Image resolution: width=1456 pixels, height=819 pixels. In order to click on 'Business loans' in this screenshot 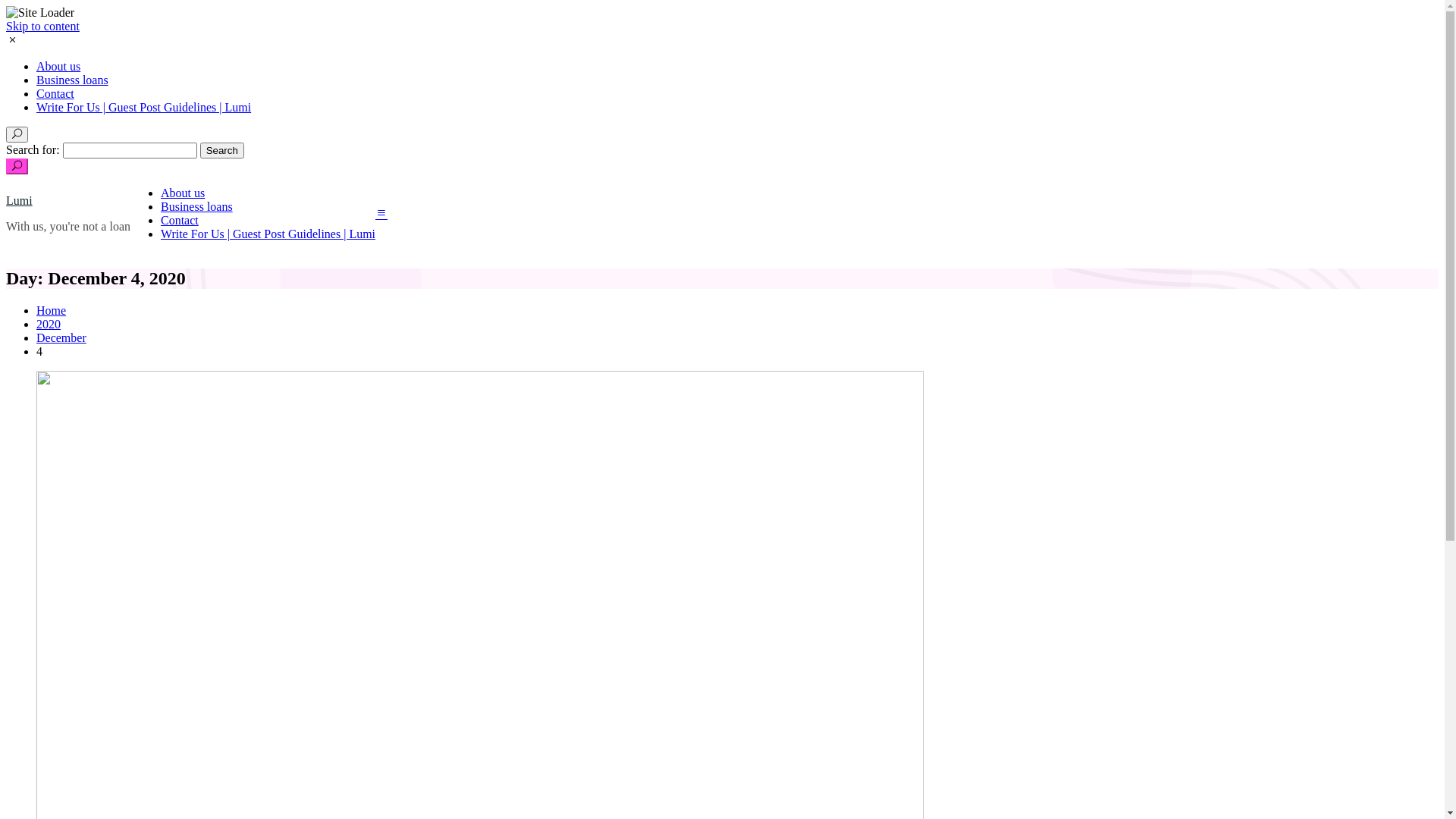, I will do `click(196, 206)`.